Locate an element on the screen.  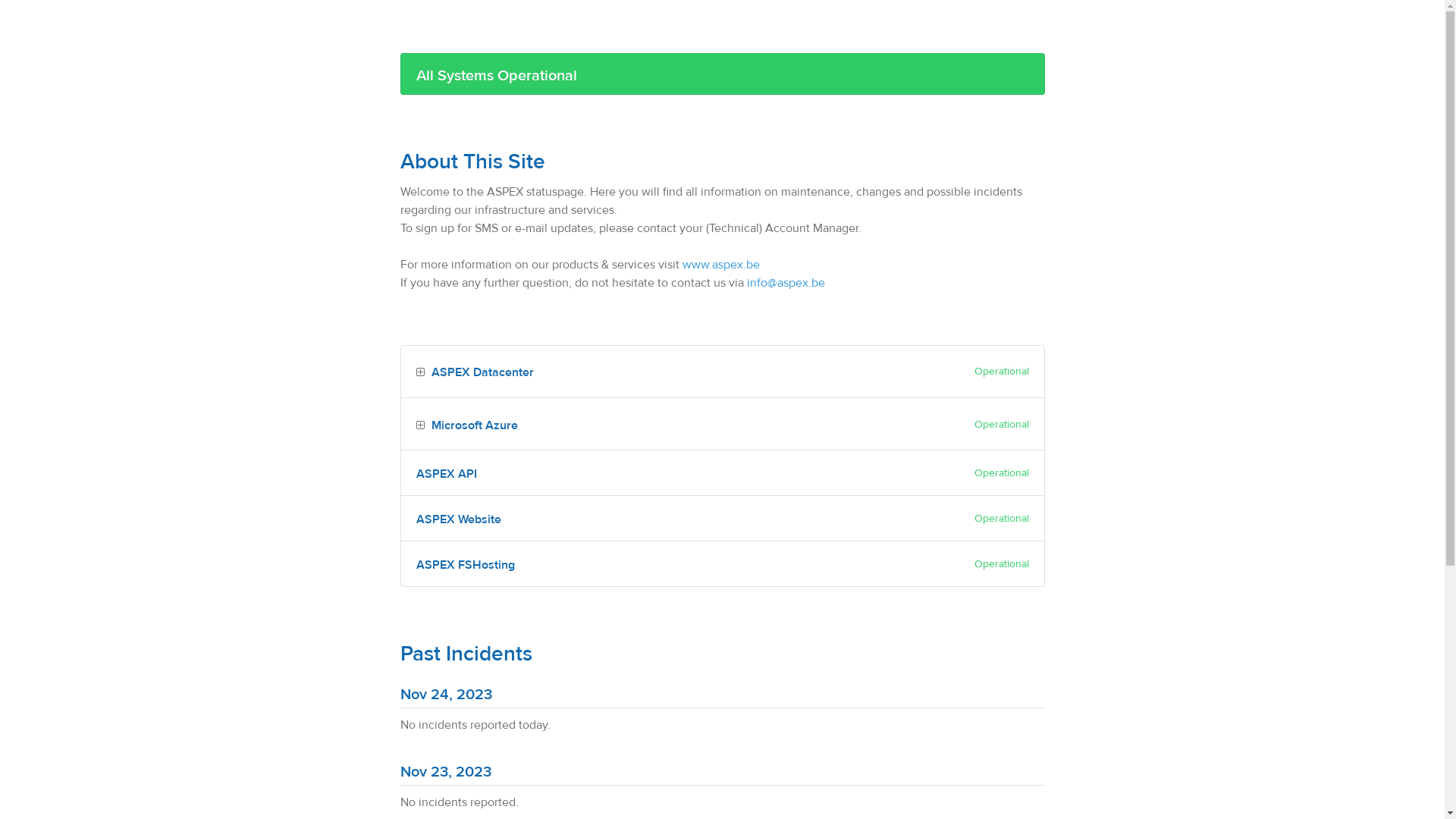
'Past Incidents' is located at coordinates (465, 653).